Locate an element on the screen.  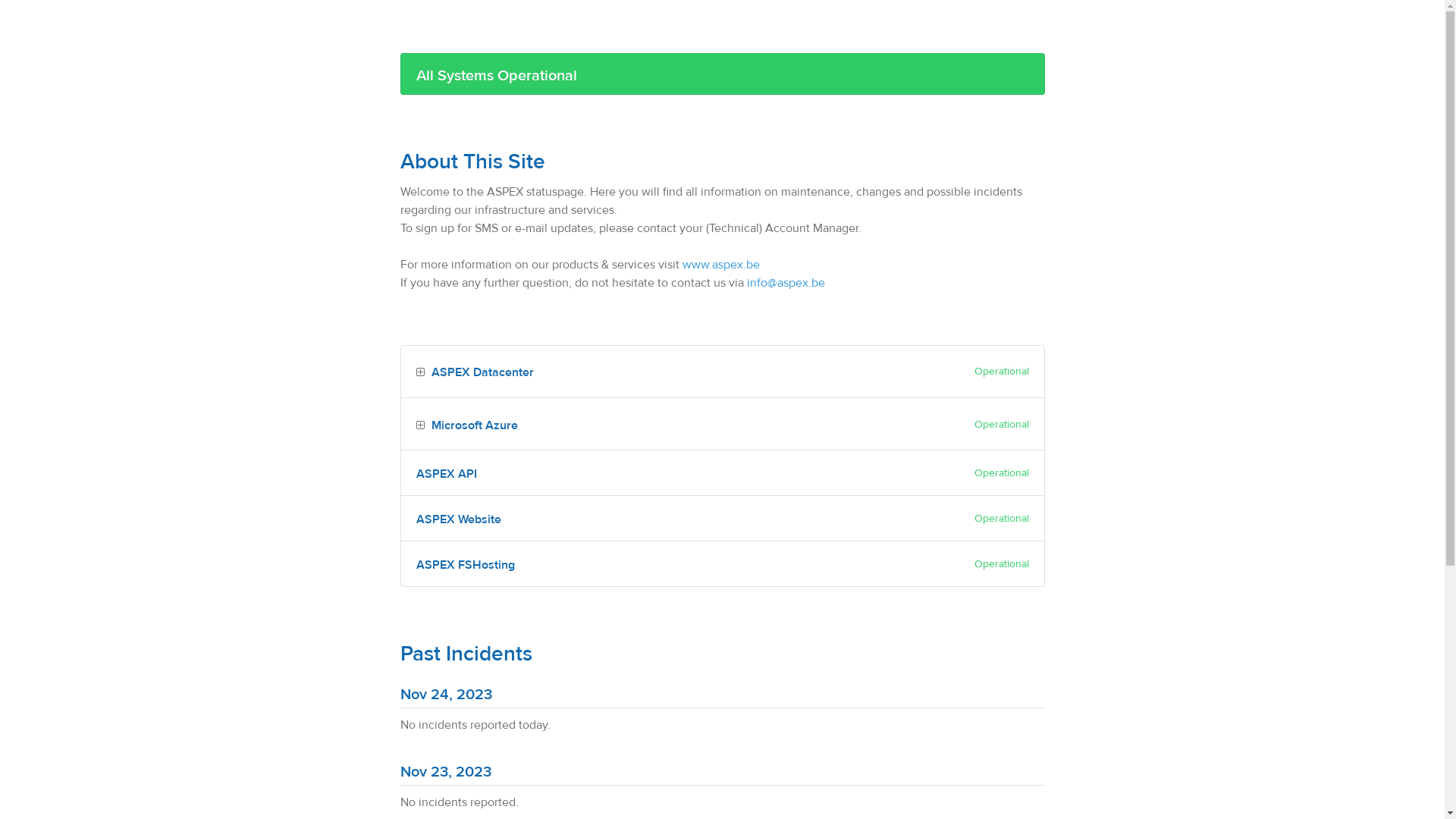
'Past Incidents' is located at coordinates (465, 653).